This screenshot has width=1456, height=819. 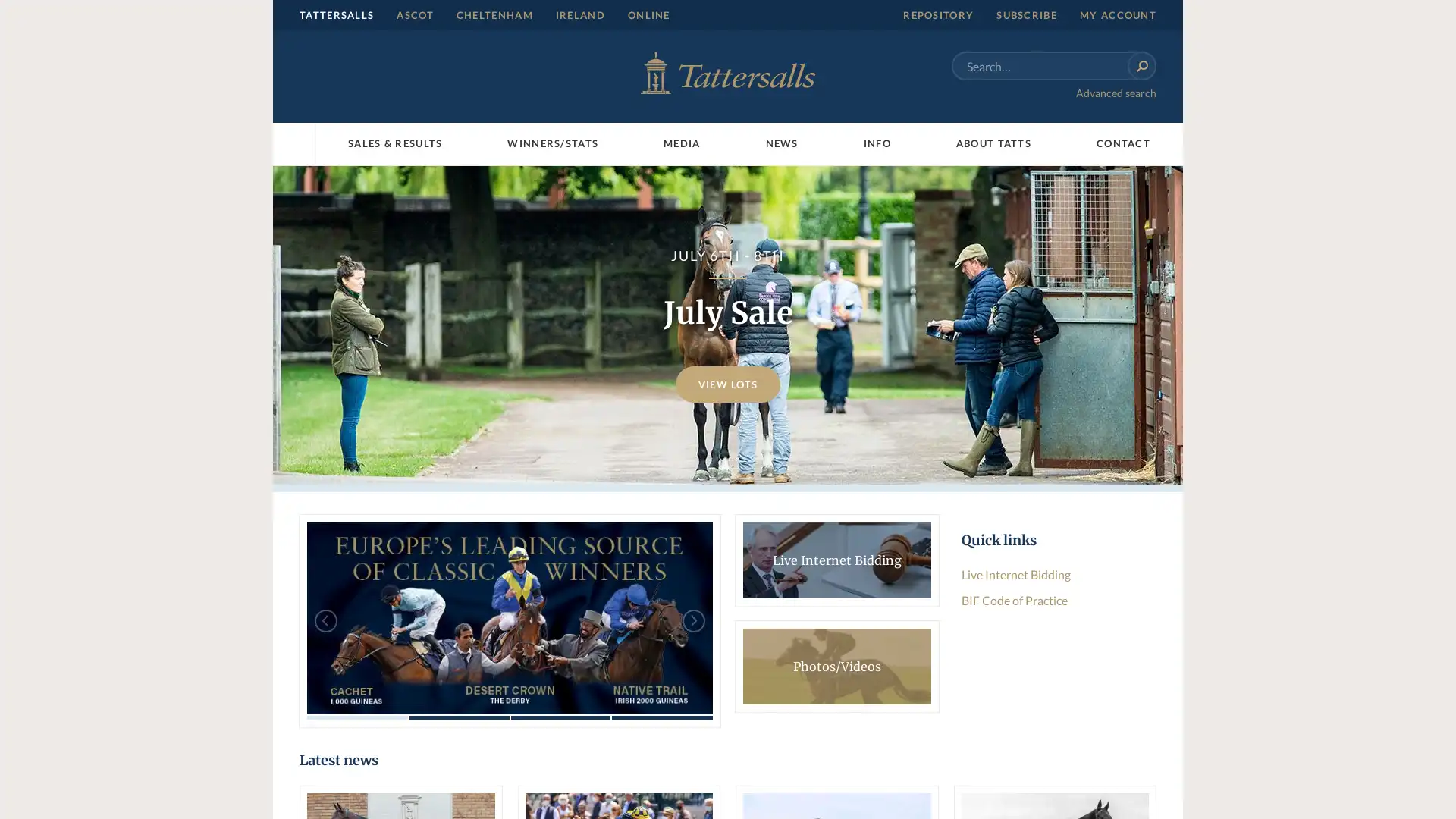 I want to click on Previous, so click(x=325, y=620).